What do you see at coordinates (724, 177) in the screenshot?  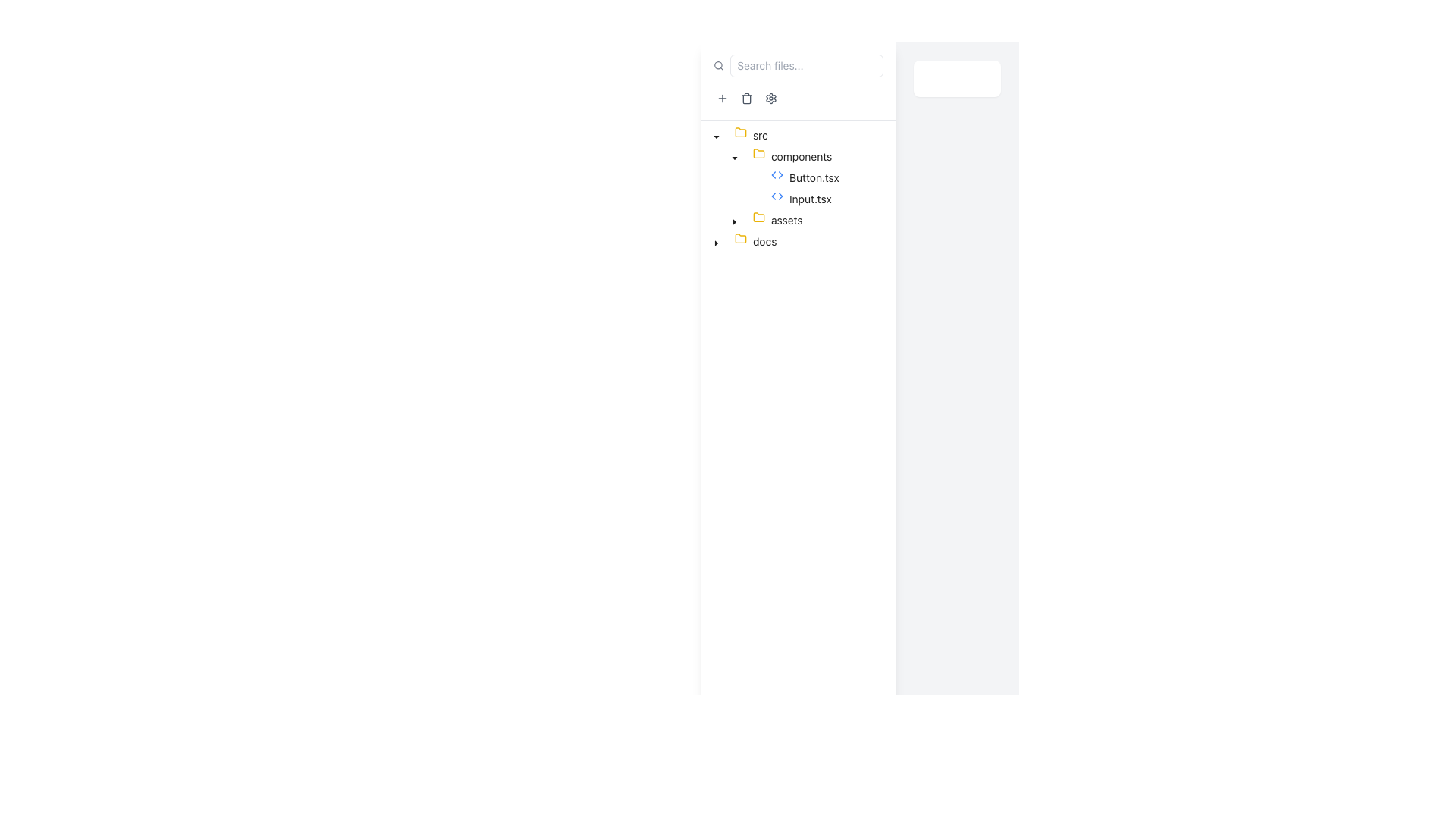 I see `the indentation mark that visually indicates the hierarchical level of the tree node 'Button.tsx' in the tree view` at bounding box center [724, 177].